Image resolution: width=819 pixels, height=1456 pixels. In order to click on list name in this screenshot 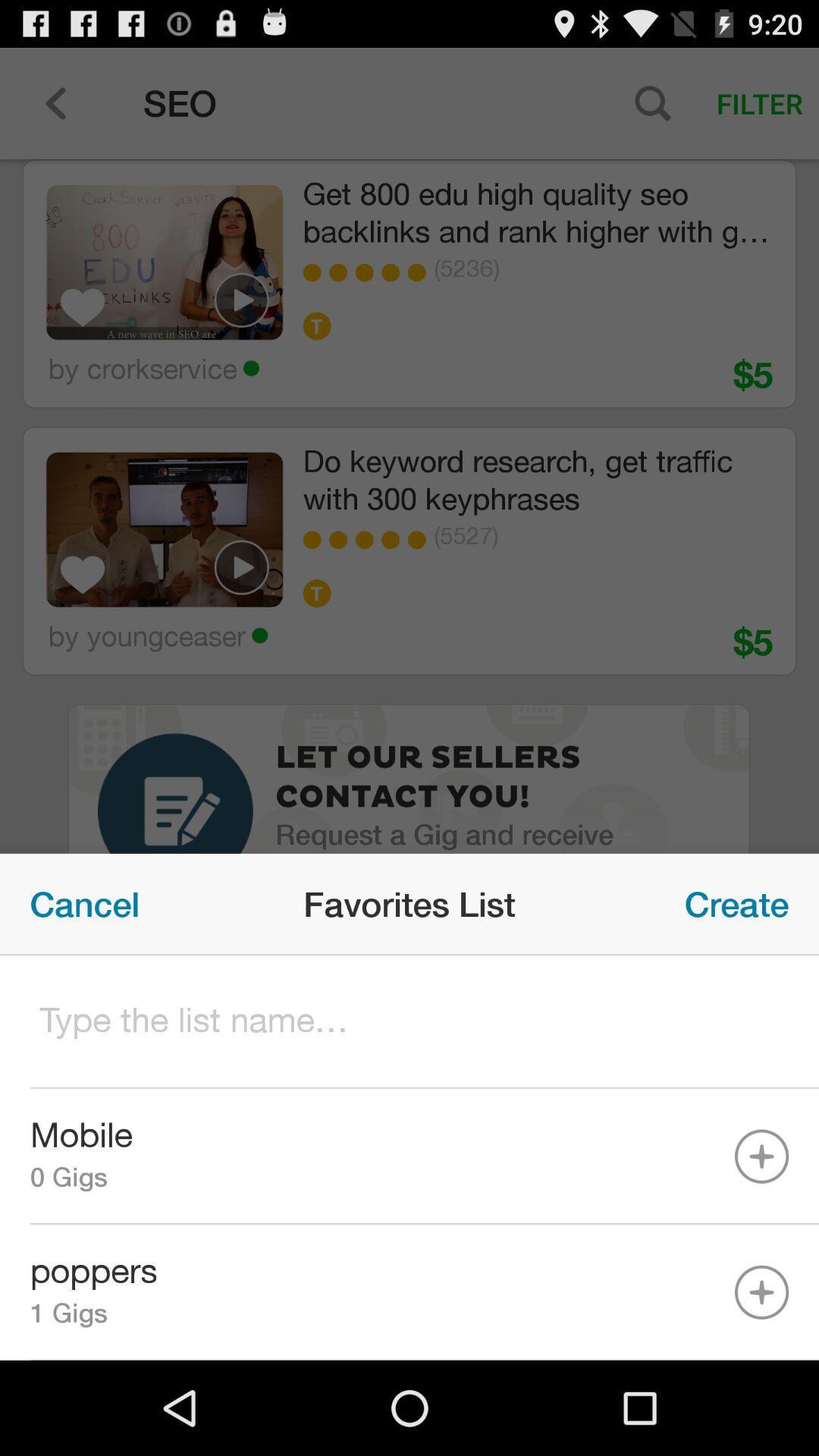, I will do `click(409, 1021)`.